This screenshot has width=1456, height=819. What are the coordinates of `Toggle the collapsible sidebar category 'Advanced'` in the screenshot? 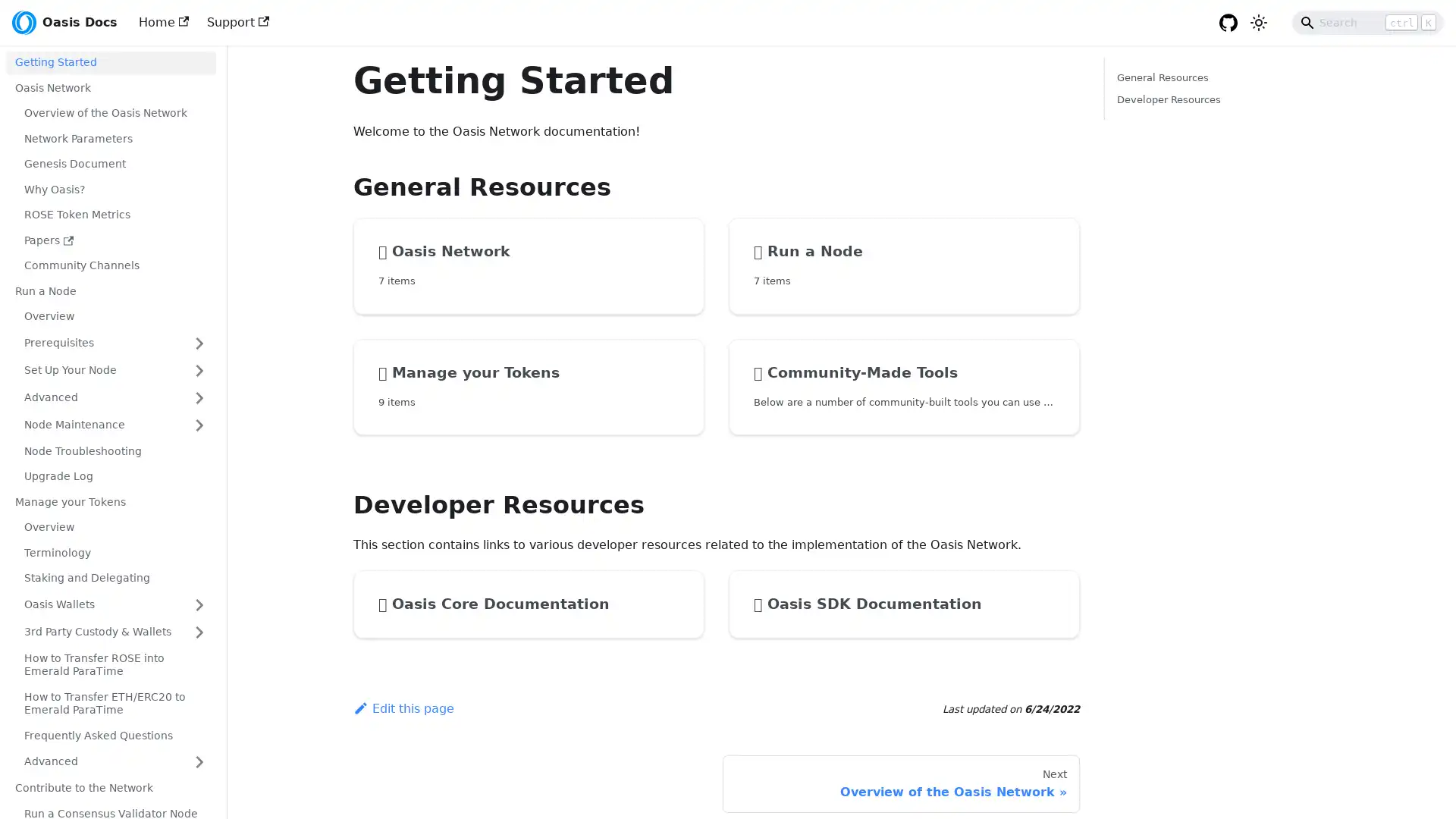 It's located at (199, 762).